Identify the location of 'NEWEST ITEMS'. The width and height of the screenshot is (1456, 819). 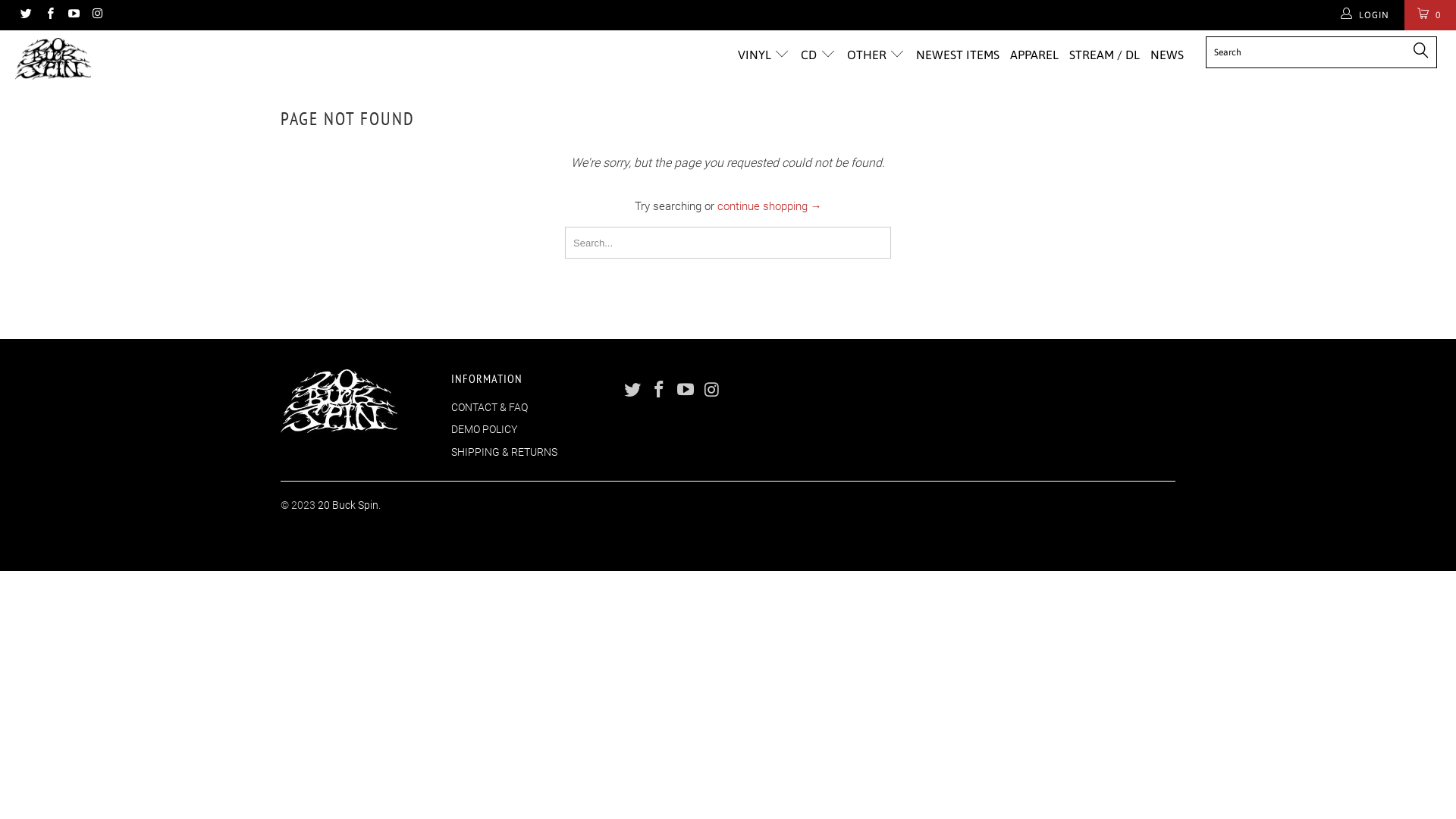
(956, 54).